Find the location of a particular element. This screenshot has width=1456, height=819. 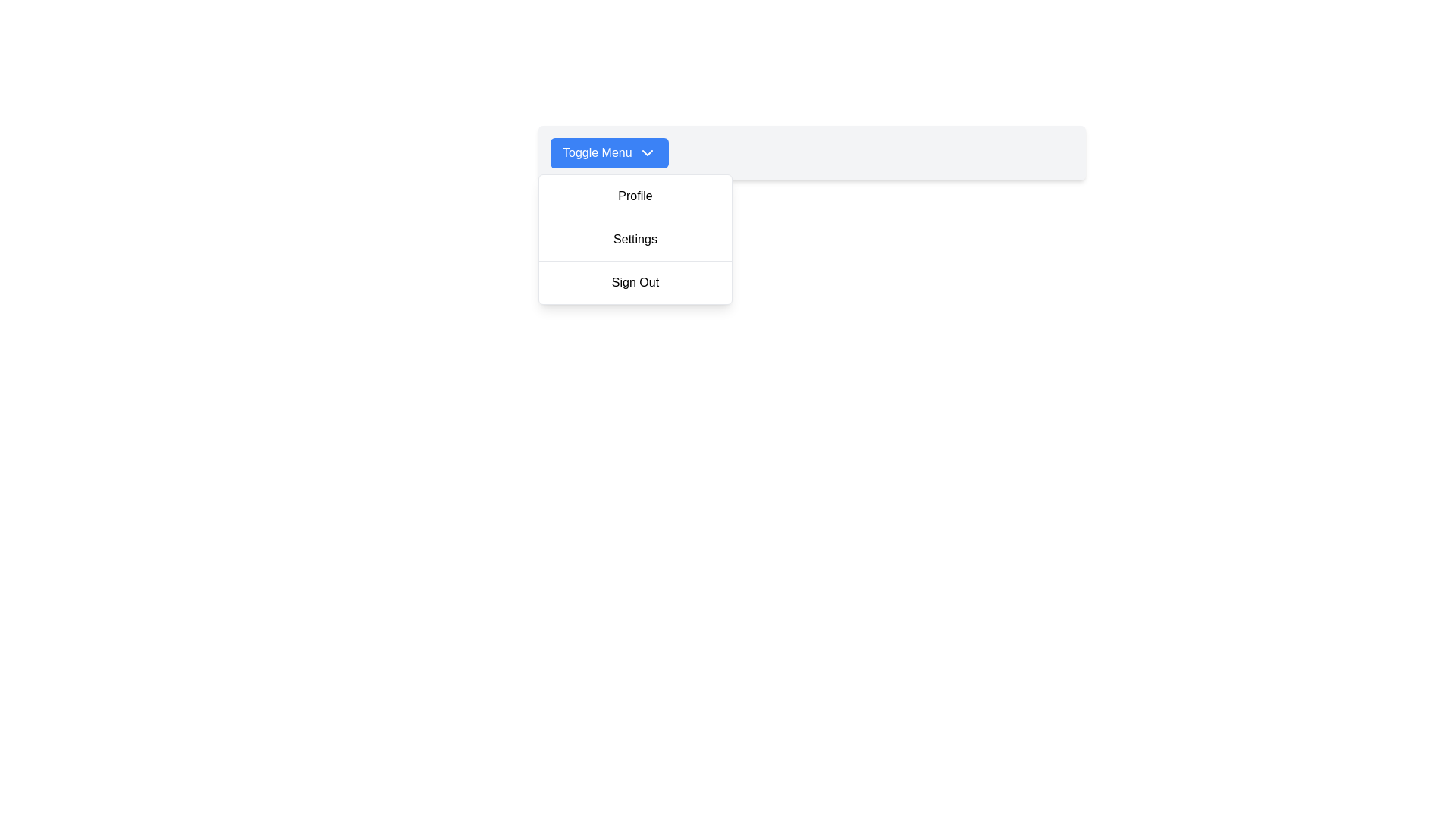

the 'Sign Out' button in the dropdown menu to trigger a visual change is located at coordinates (635, 282).